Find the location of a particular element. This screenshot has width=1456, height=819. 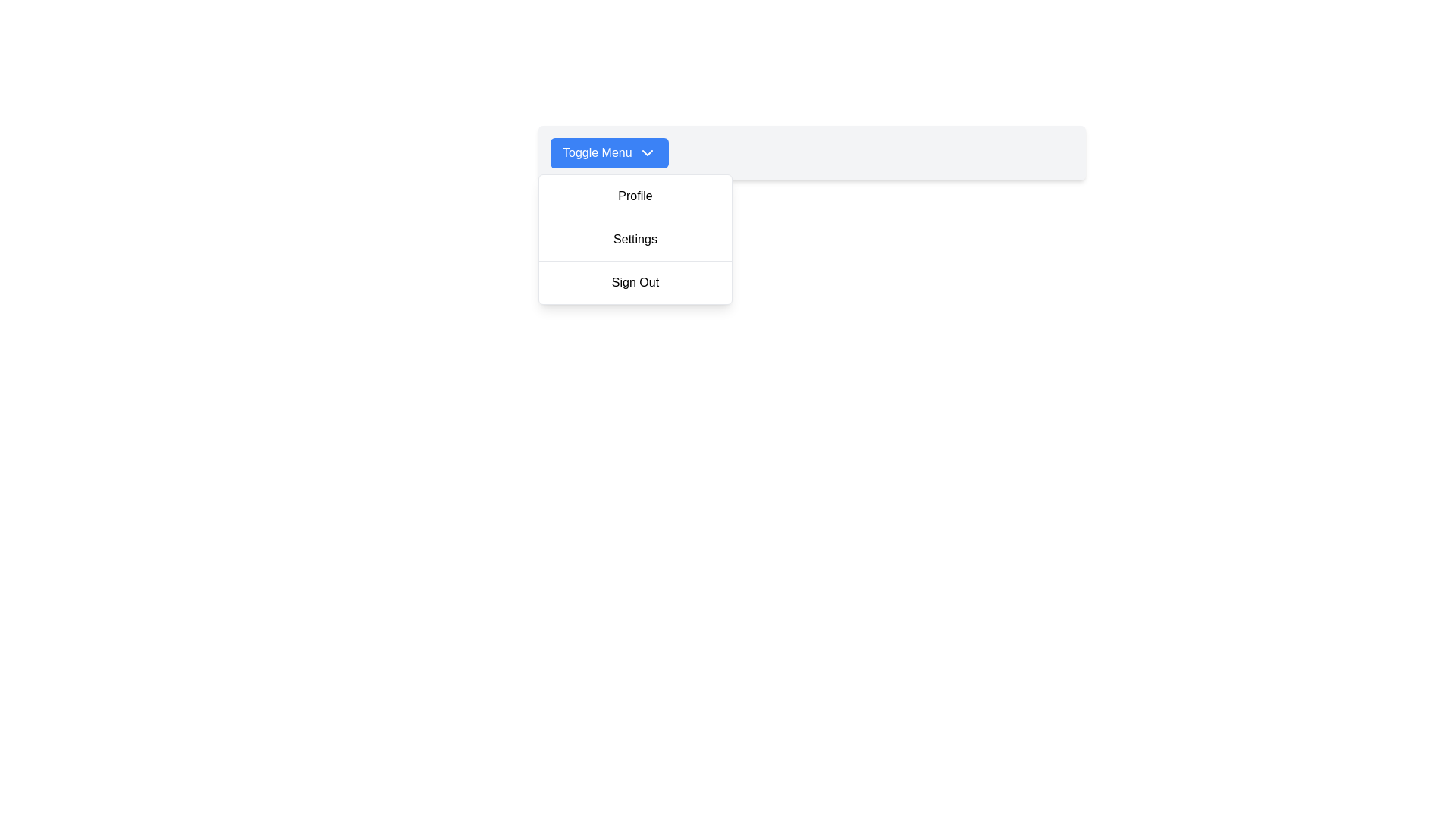

the 'Sign Out' button in the dropdown menu to trigger a visual change is located at coordinates (635, 282).